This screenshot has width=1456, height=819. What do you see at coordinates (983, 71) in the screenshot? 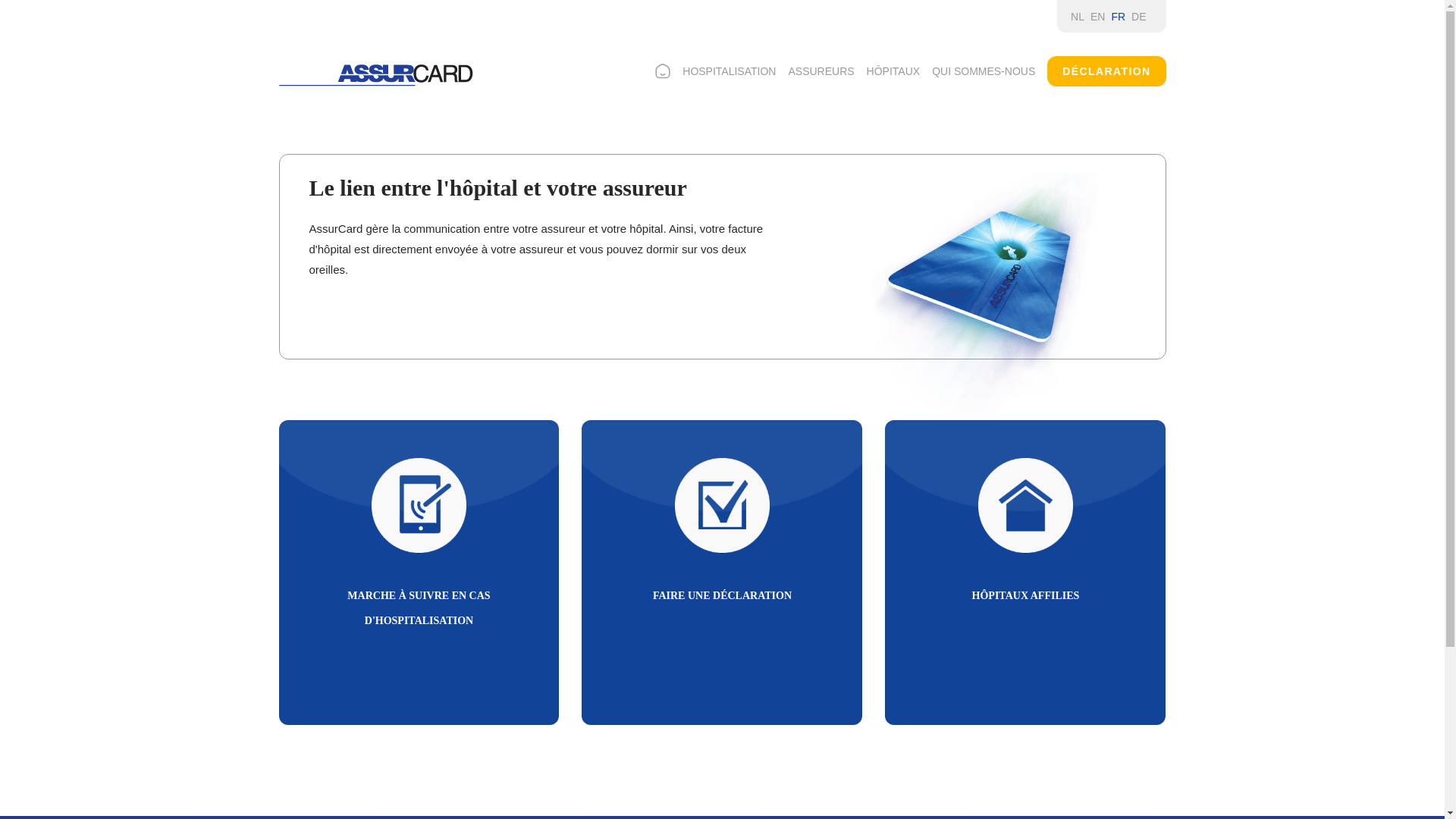
I see `'QUI SOMMES-NOUS'` at bounding box center [983, 71].